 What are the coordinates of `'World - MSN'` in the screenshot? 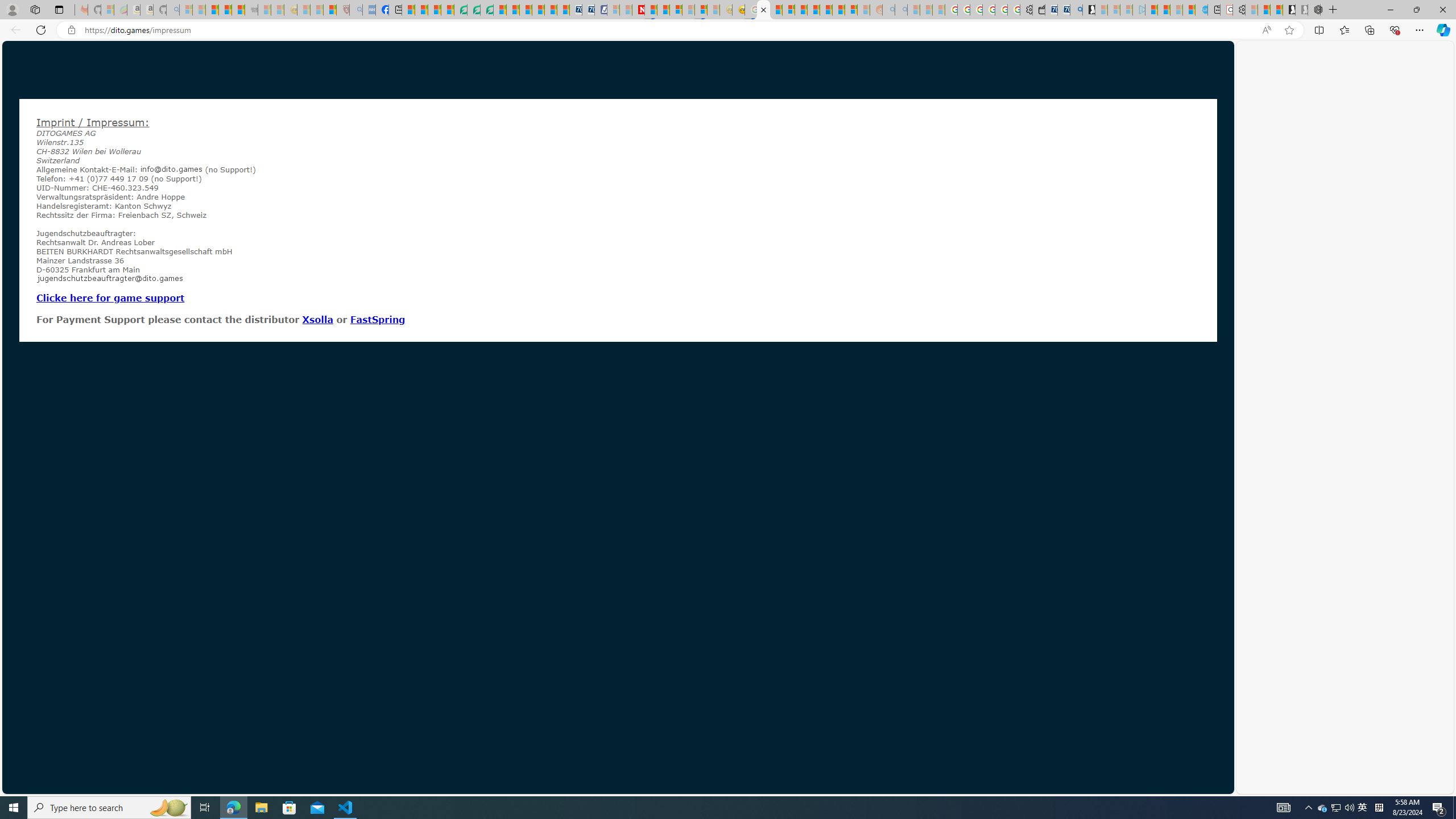 It's located at (434, 9).